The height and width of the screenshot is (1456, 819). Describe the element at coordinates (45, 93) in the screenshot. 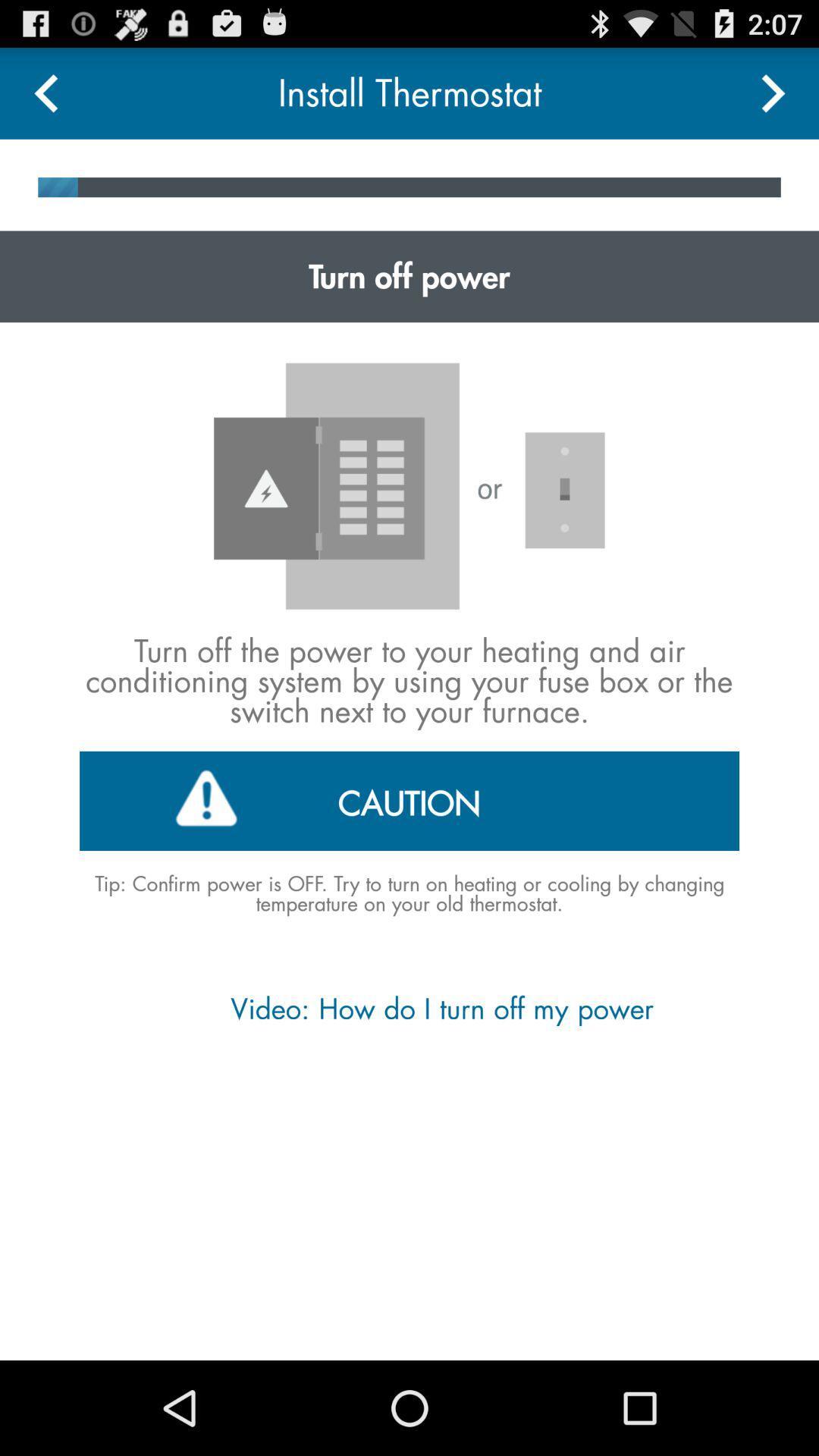

I see `go back` at that location.